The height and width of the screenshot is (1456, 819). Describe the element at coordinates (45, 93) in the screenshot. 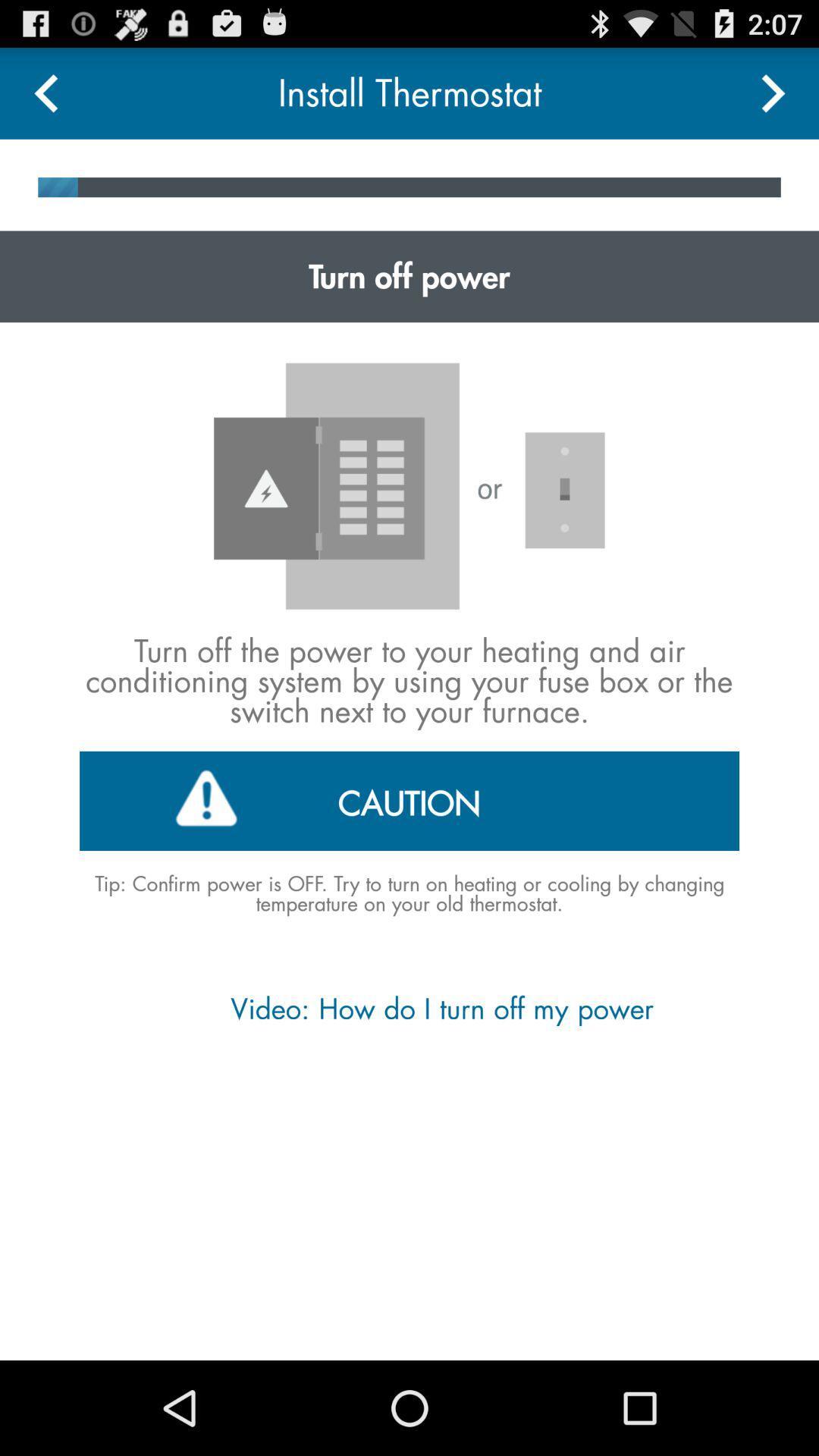

I see `go back` at that location.